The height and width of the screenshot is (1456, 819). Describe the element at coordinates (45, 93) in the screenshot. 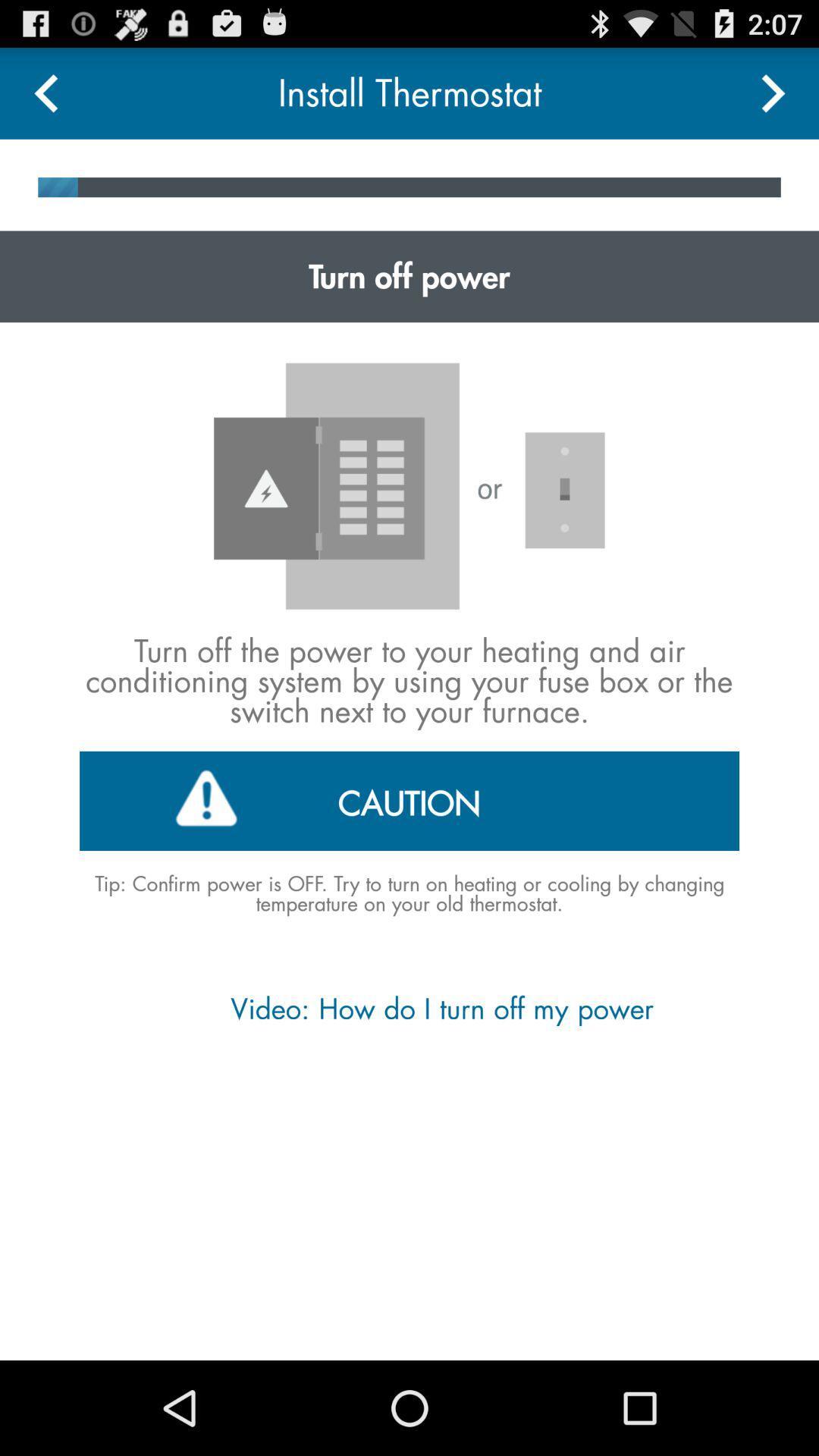

I see `go back` at that location.